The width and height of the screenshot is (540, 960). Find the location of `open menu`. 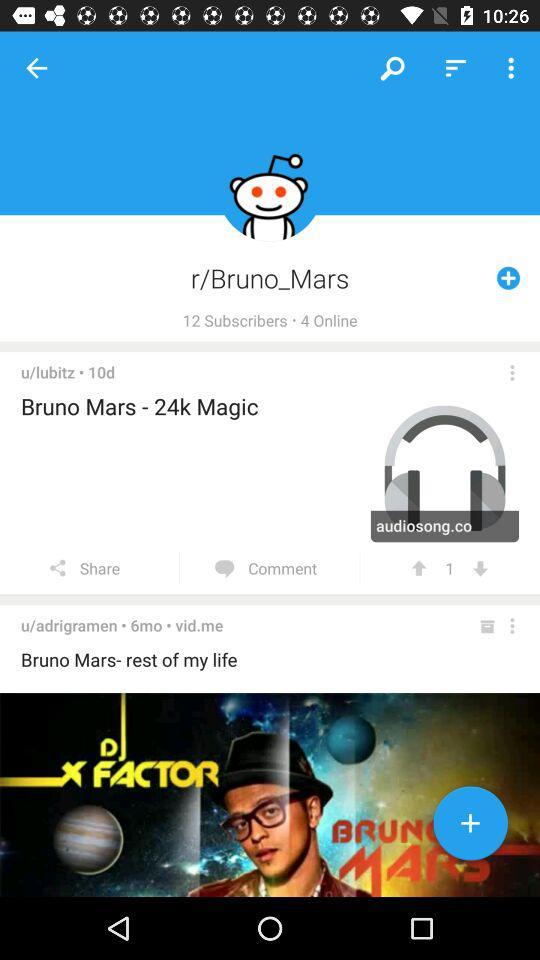

open menu is located at coordinates (512, 371).